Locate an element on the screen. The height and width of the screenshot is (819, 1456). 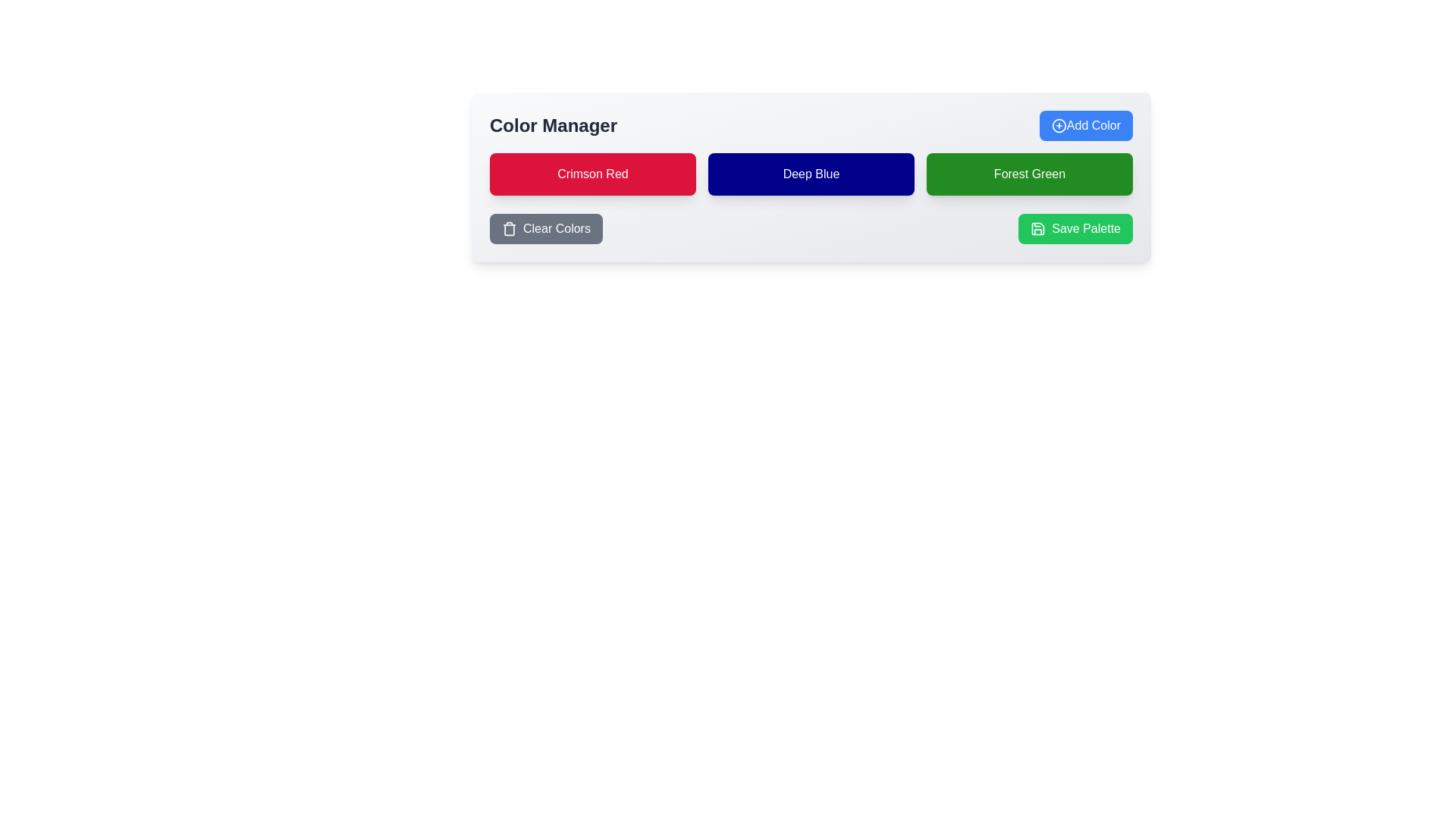
the text label that displays 'Crimson Red', which is styled with a white font on a bold crimson red background, located in the 'Color Manager' section as the first button from the left is located at coordinates (592, 174).